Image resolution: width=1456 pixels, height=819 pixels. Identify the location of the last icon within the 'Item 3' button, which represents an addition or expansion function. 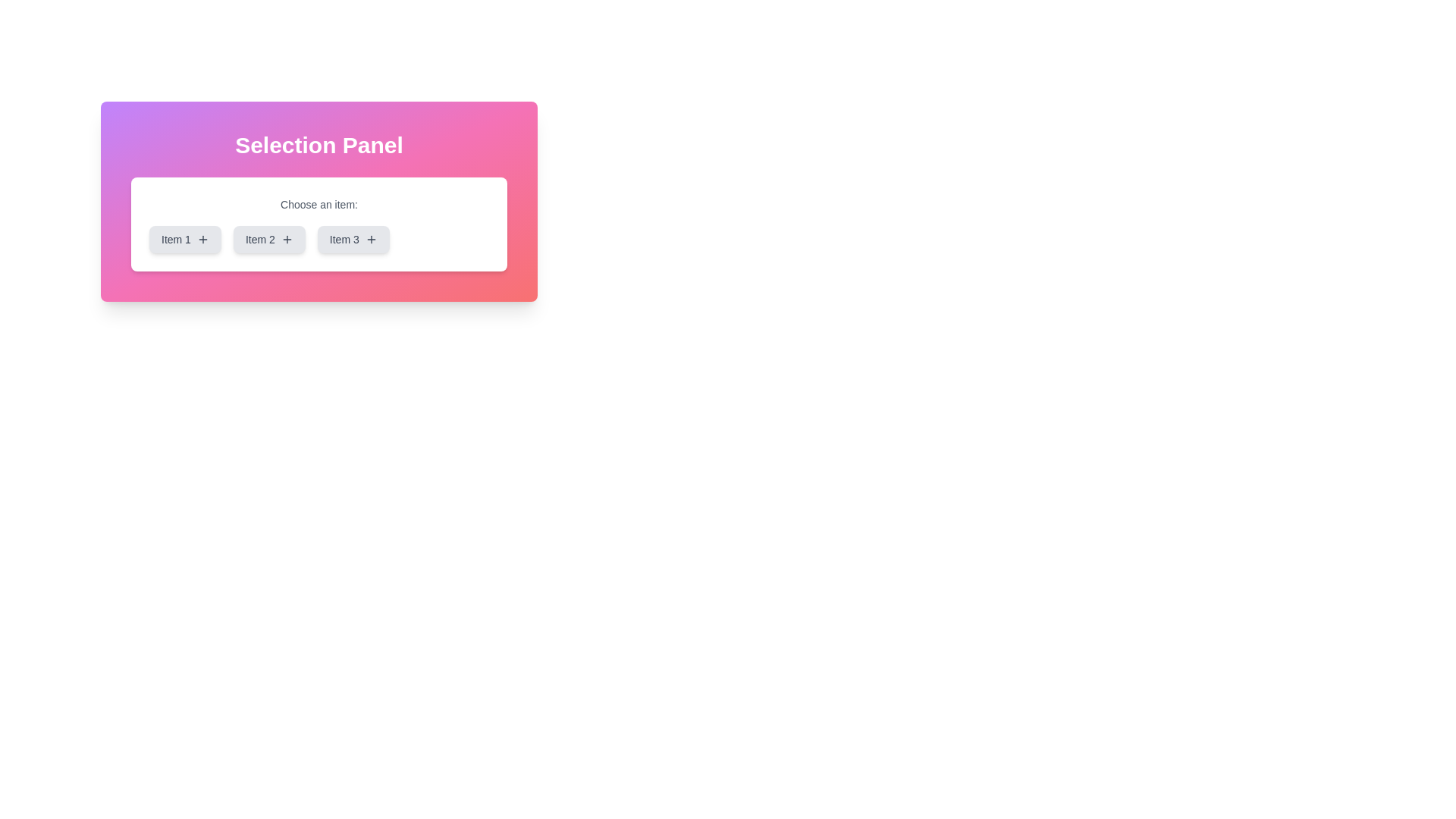
(371, 239).